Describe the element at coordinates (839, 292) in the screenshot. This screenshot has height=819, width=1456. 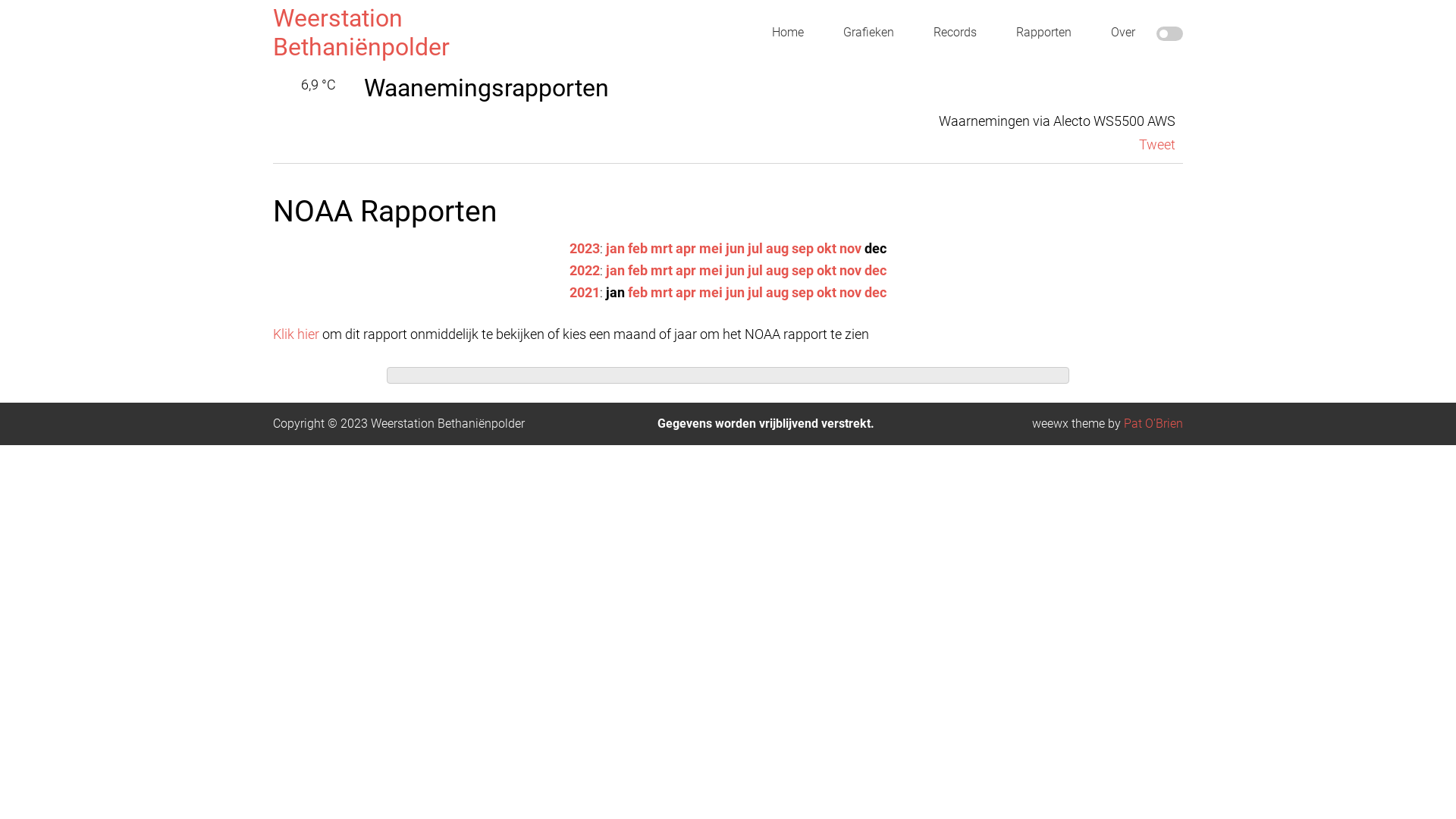
I see `'nov'` at that location.